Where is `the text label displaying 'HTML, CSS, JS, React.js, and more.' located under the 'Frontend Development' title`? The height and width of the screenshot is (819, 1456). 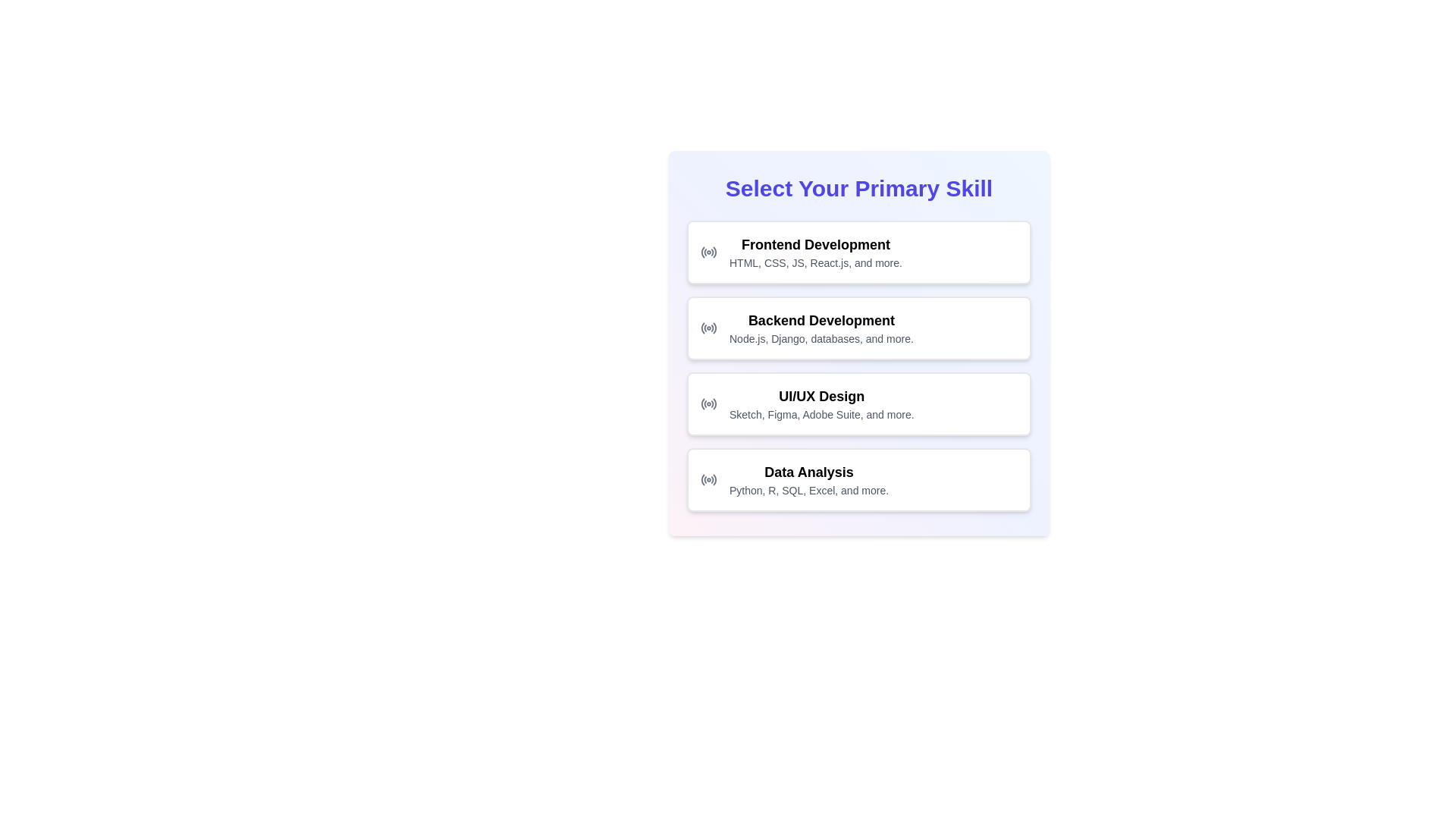
the text label displaying 'HTML, CSS, JS, React.js, and more.' located under the 'Frontend Development' title is located at coordinates (814, 262).